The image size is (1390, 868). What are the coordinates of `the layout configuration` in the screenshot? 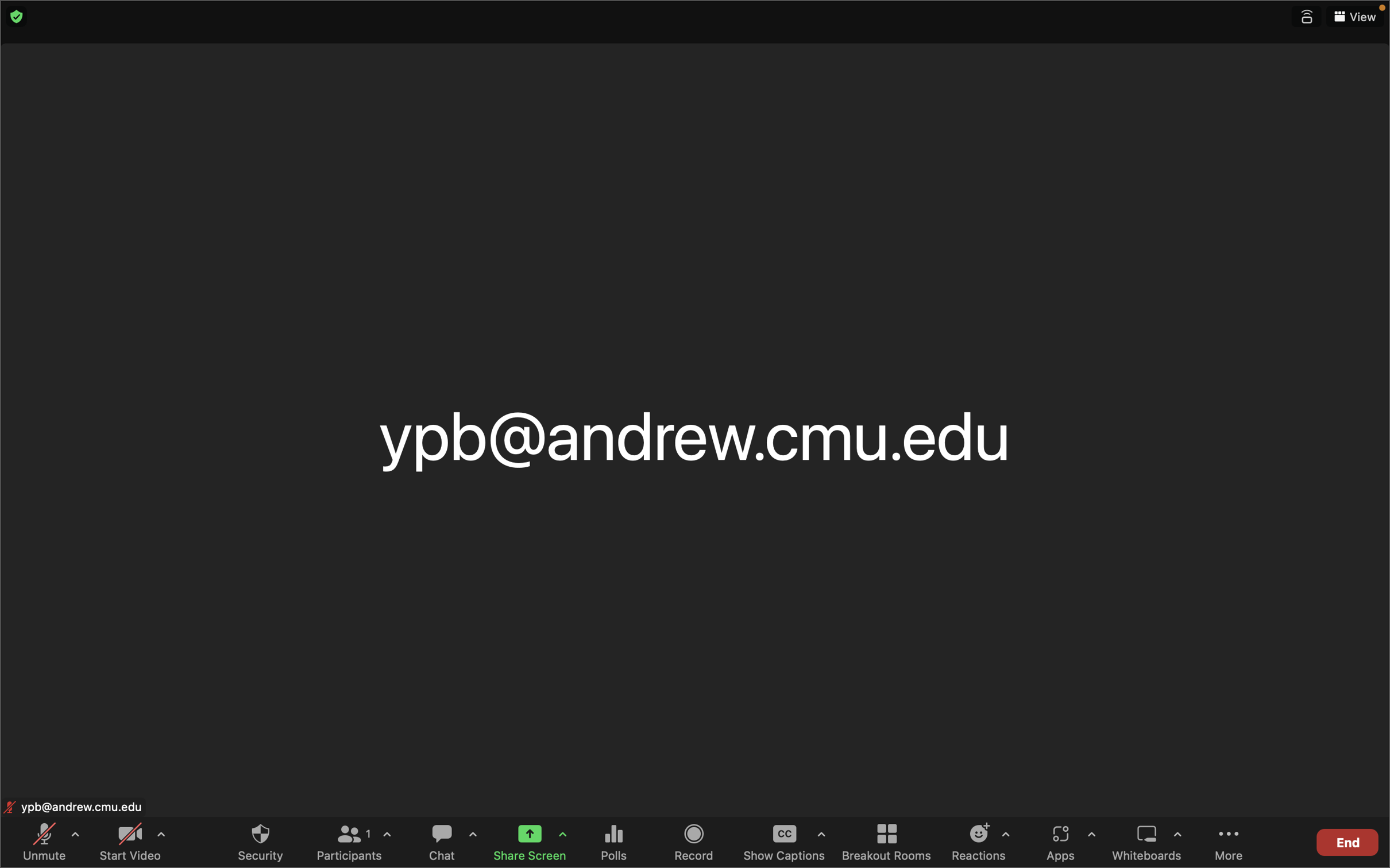 It's located at (1354, 17).